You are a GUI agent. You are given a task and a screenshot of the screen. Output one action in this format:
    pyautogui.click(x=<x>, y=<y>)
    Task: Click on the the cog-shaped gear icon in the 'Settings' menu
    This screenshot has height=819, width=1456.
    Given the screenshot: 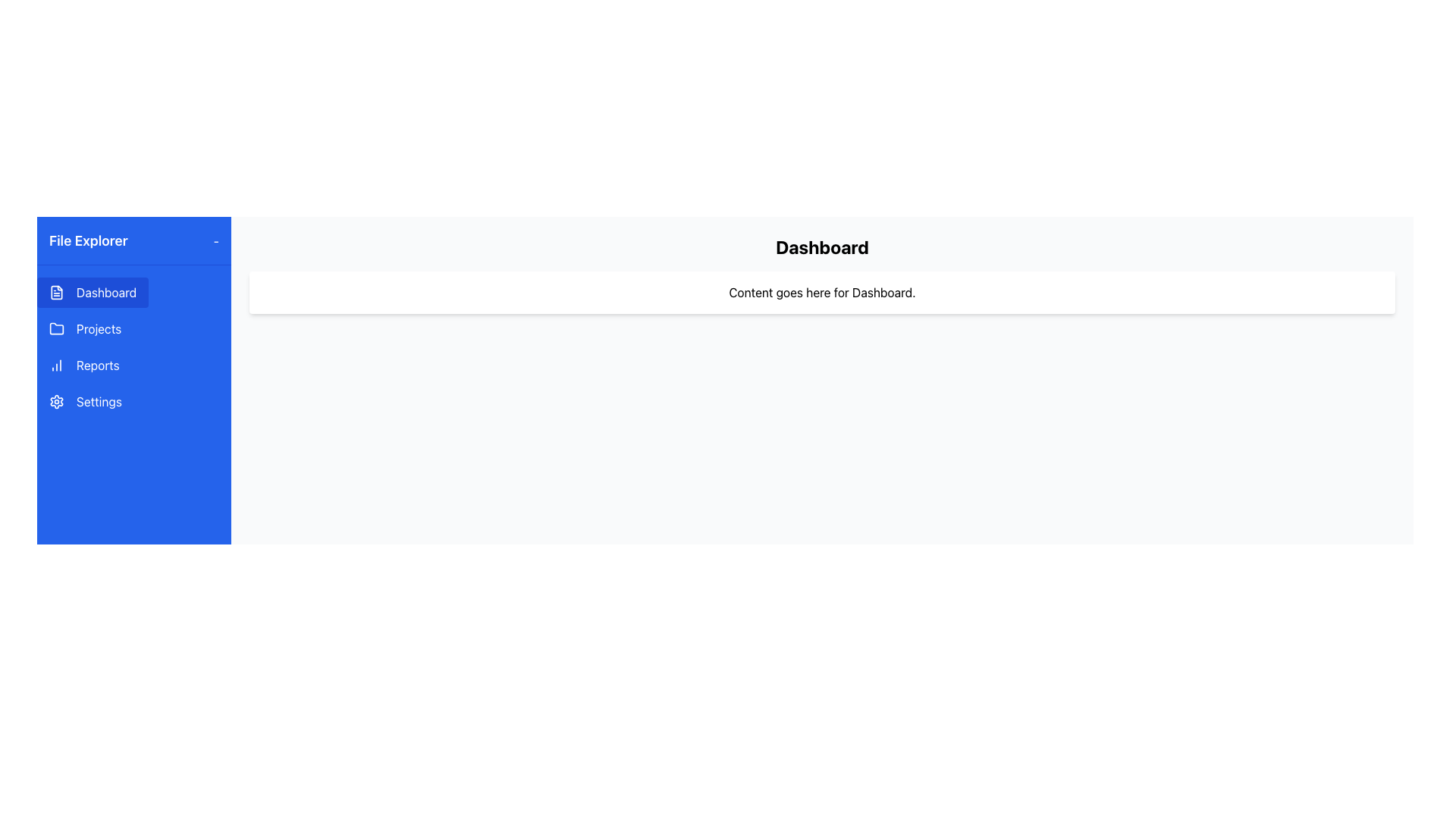 What is the action you would take?
    pyautogui.click(x=57, y=400)
    